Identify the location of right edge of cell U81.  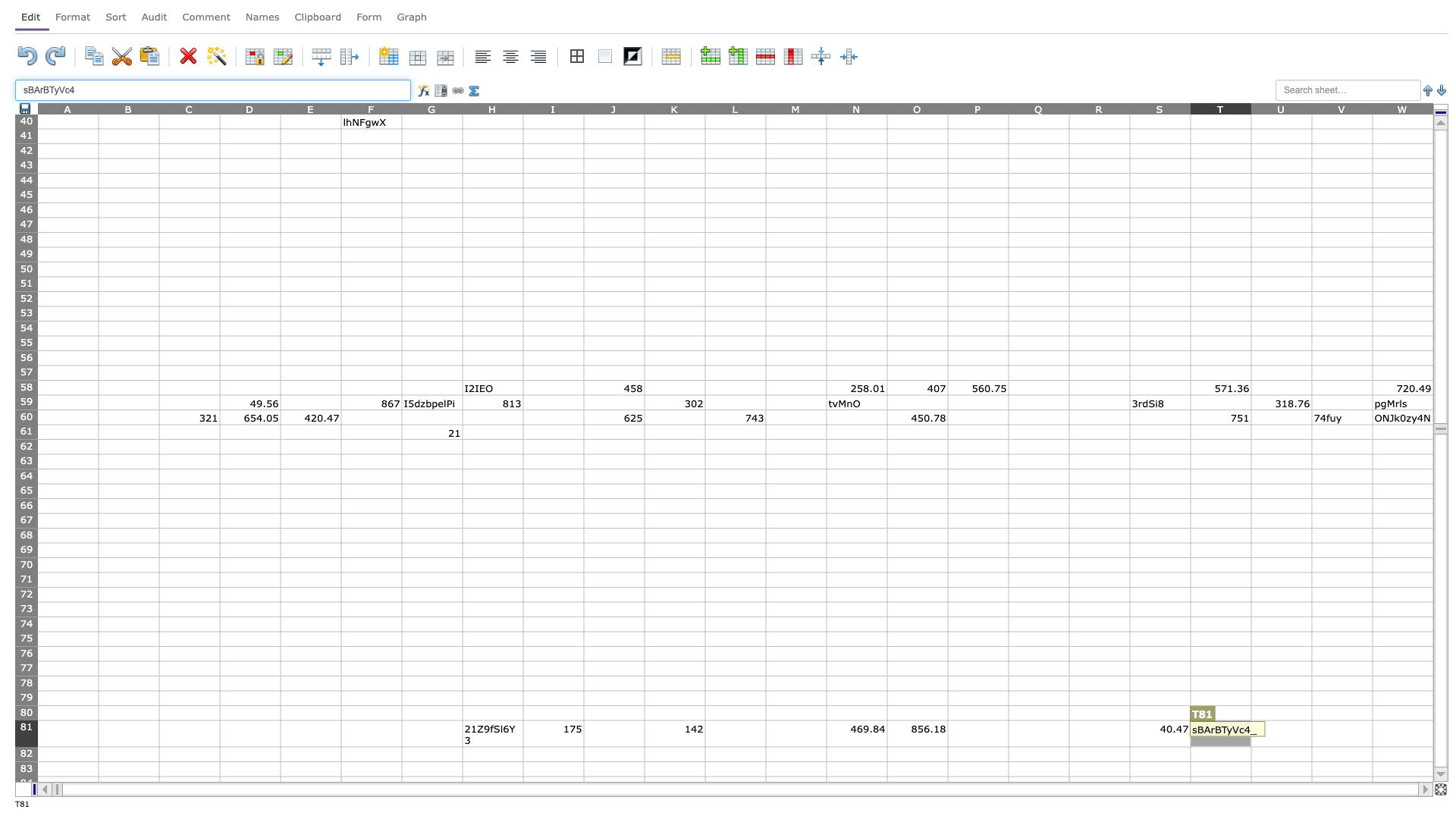
(1310, 733).